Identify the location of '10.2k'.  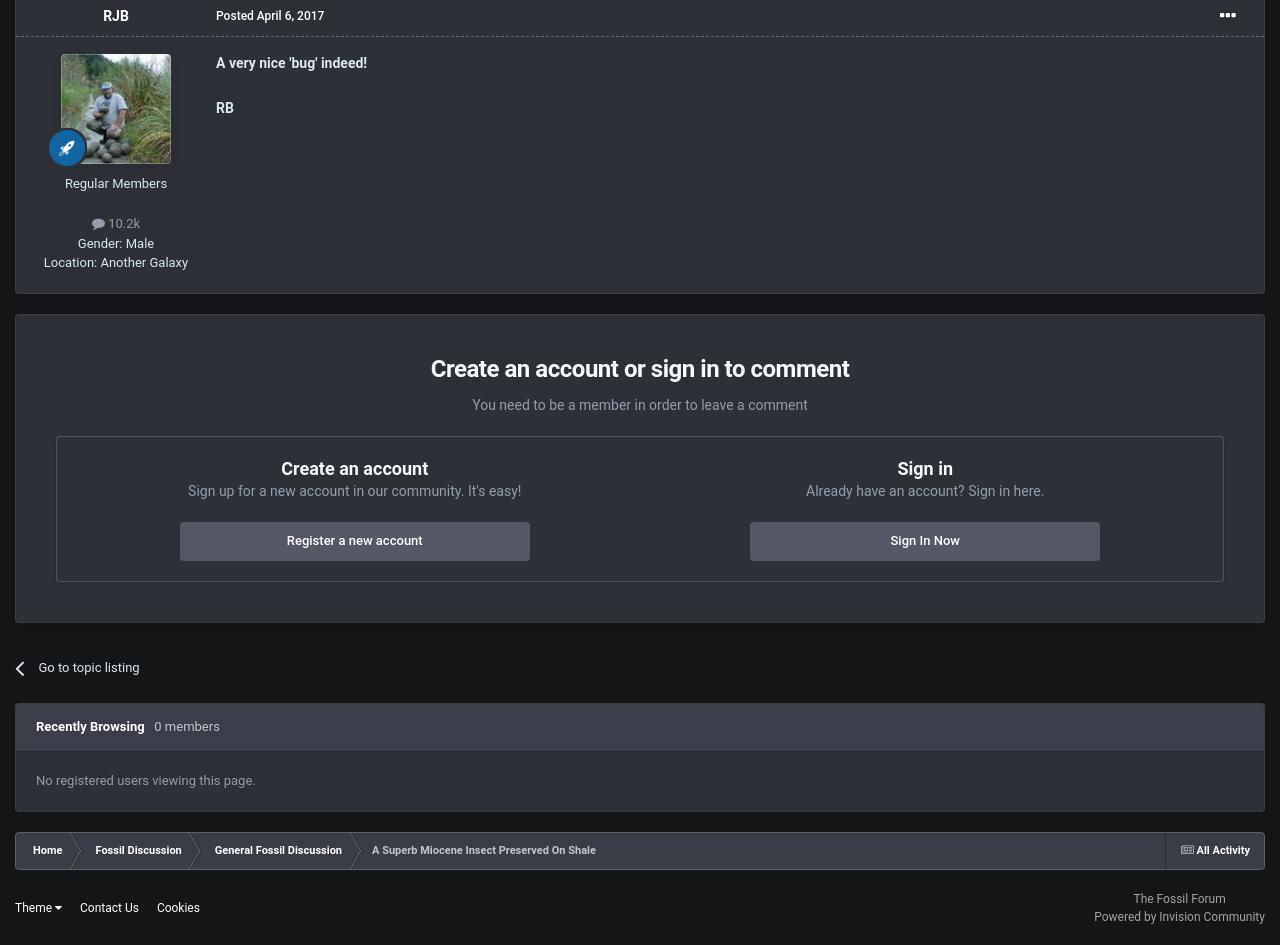
(120, 221).